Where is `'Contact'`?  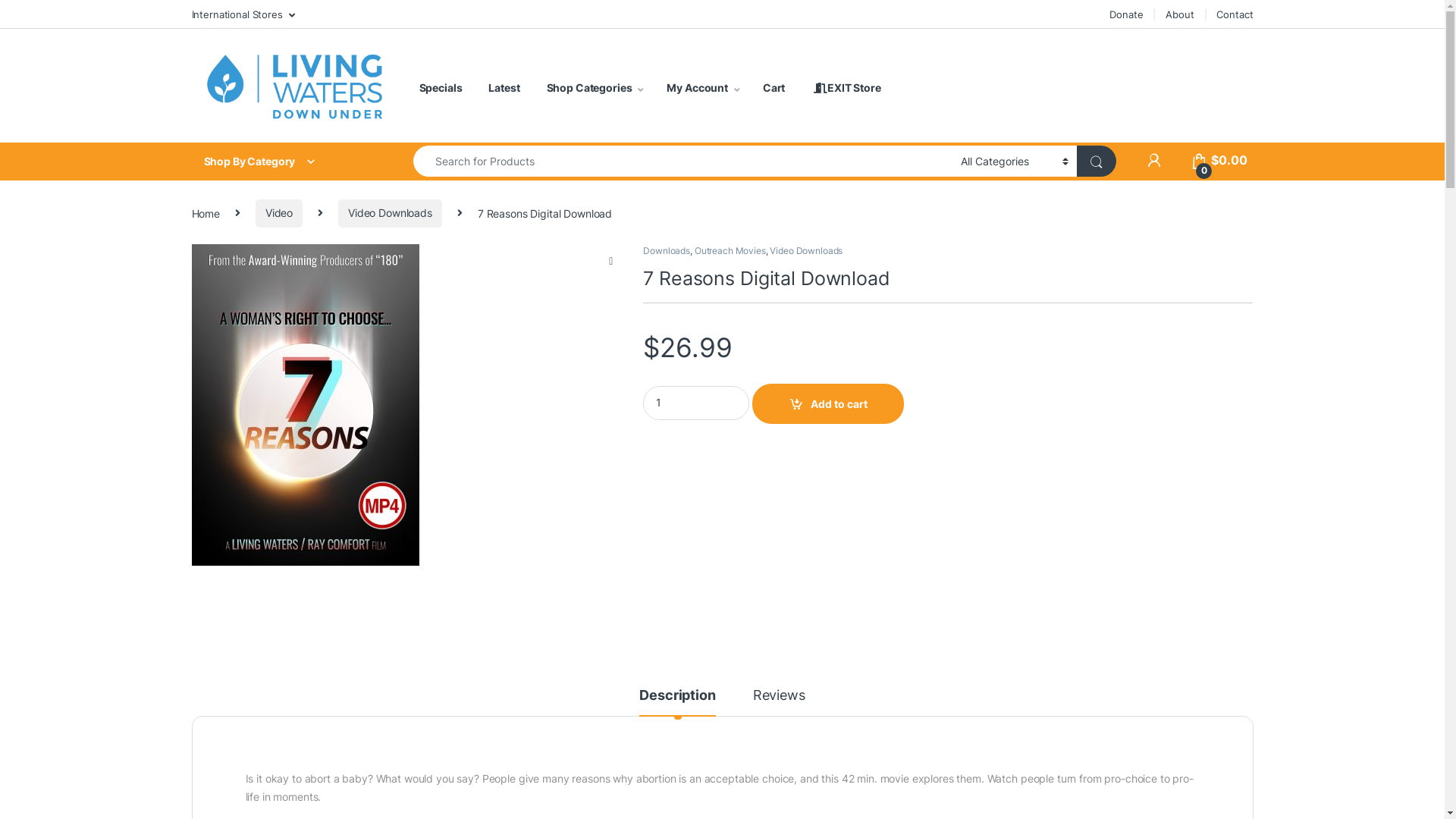 'Contact' is located at coordinates (1234, 14).